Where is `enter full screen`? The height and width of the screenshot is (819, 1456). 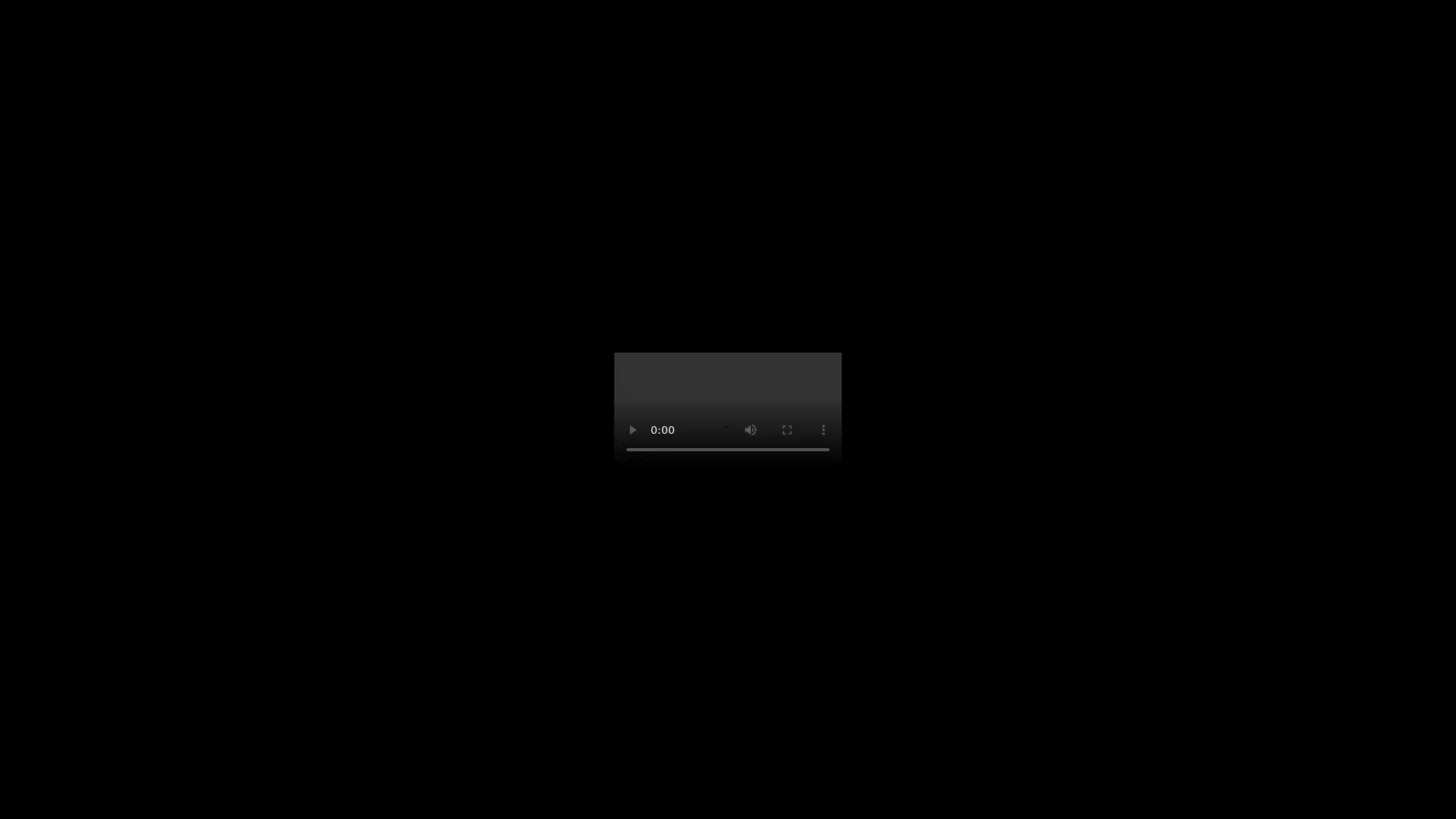 enter full screen is located at coordinates (786, 430).